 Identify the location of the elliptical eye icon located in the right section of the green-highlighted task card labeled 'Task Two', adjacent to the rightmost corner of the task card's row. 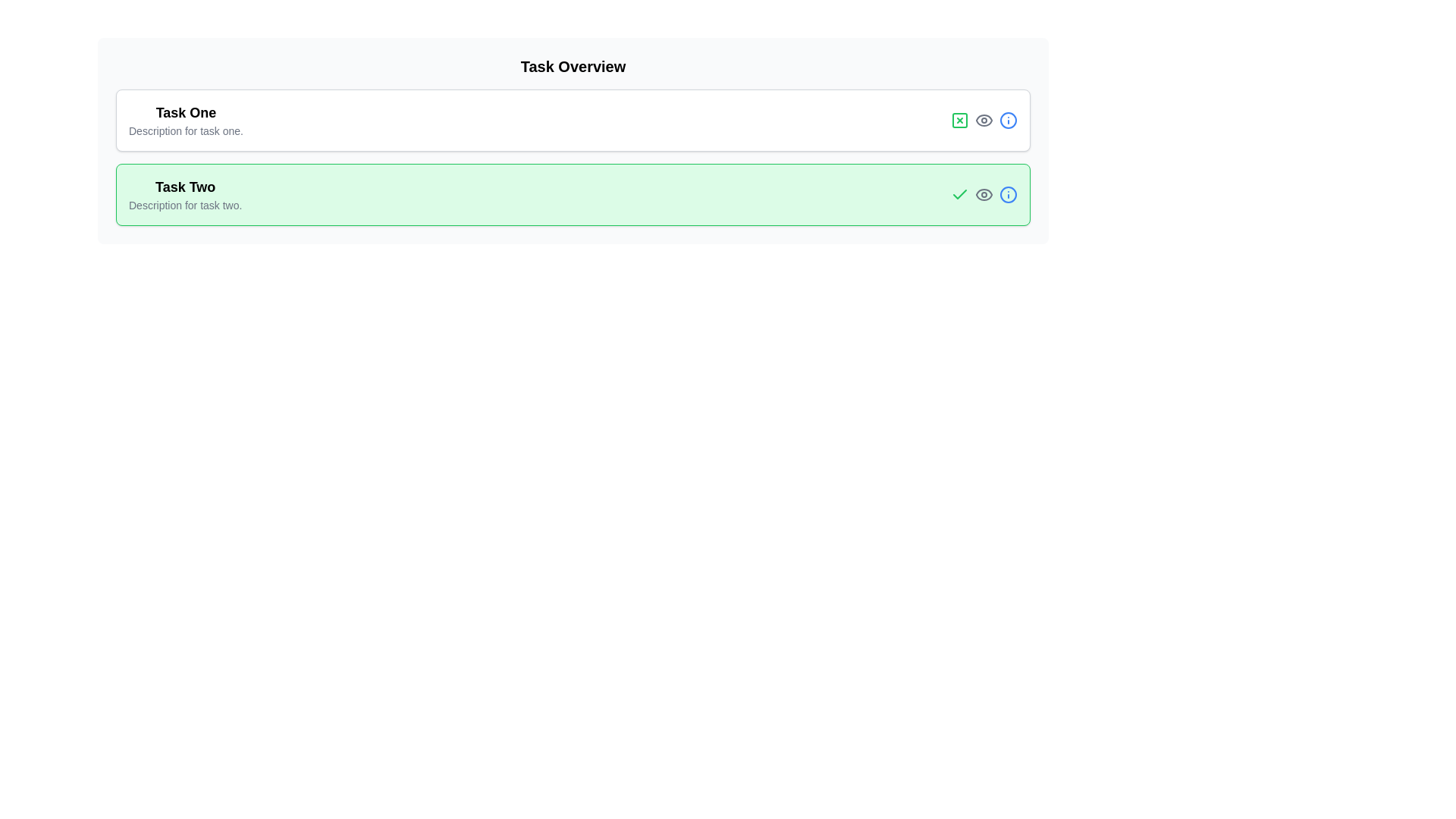
(984, 194).